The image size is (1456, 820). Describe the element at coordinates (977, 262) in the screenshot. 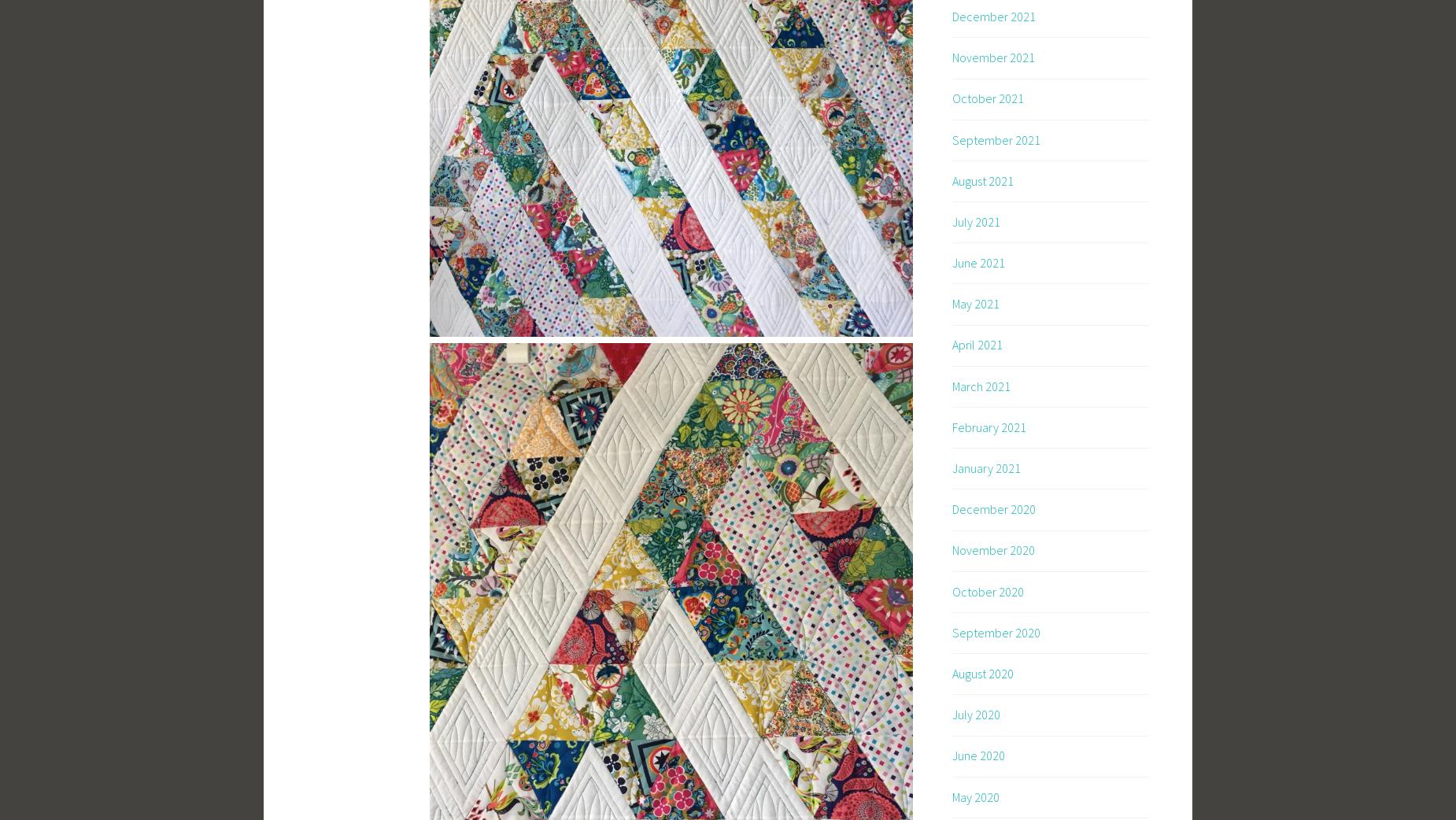

I see `'June 2021'` at that location.